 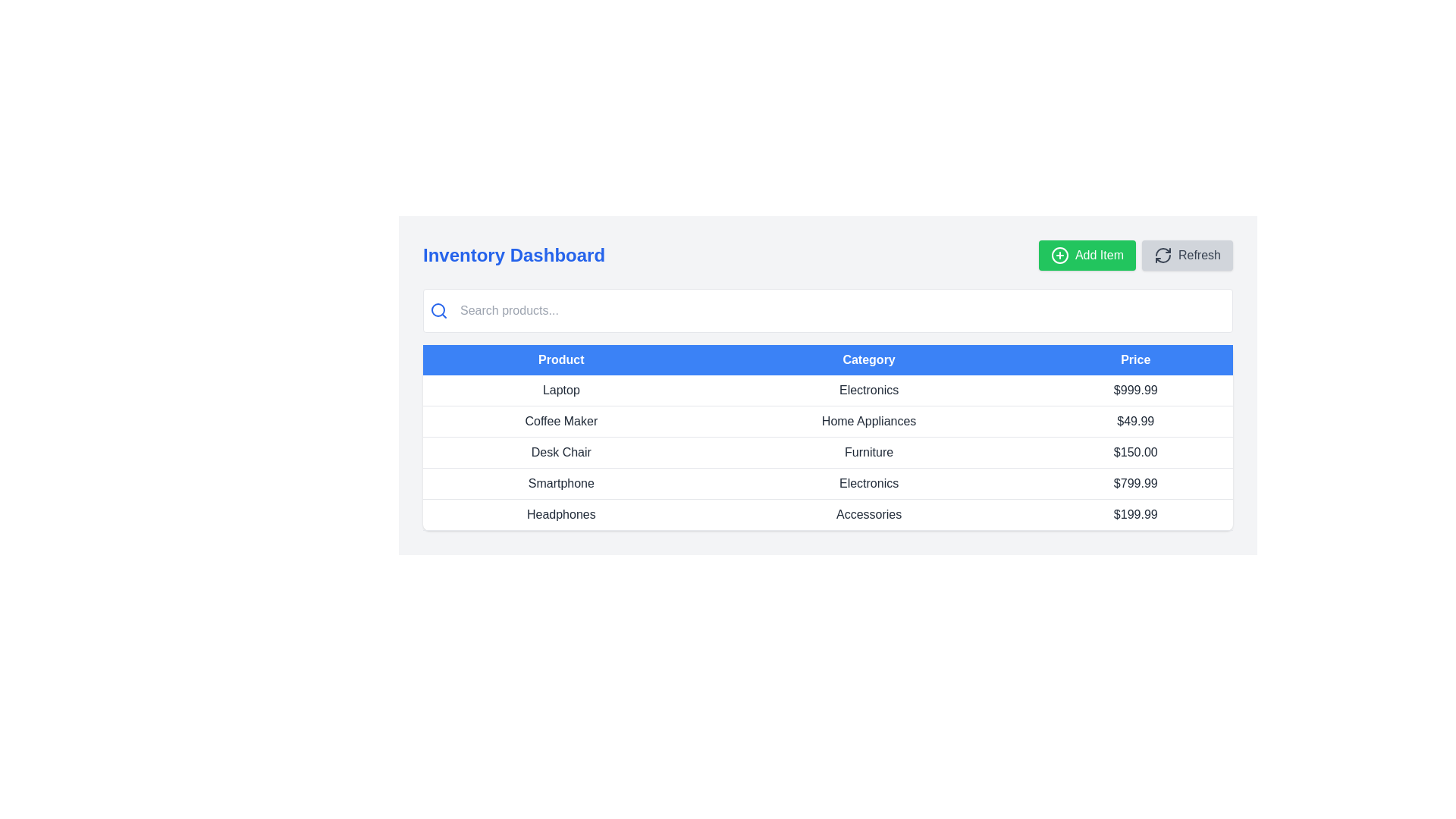 I want to click on price information displayed in the Text label located in the rightmost column of the third row of the table for the 'Desk Chair' product under the 'Furniture' category, so click(x=1135, y=452).